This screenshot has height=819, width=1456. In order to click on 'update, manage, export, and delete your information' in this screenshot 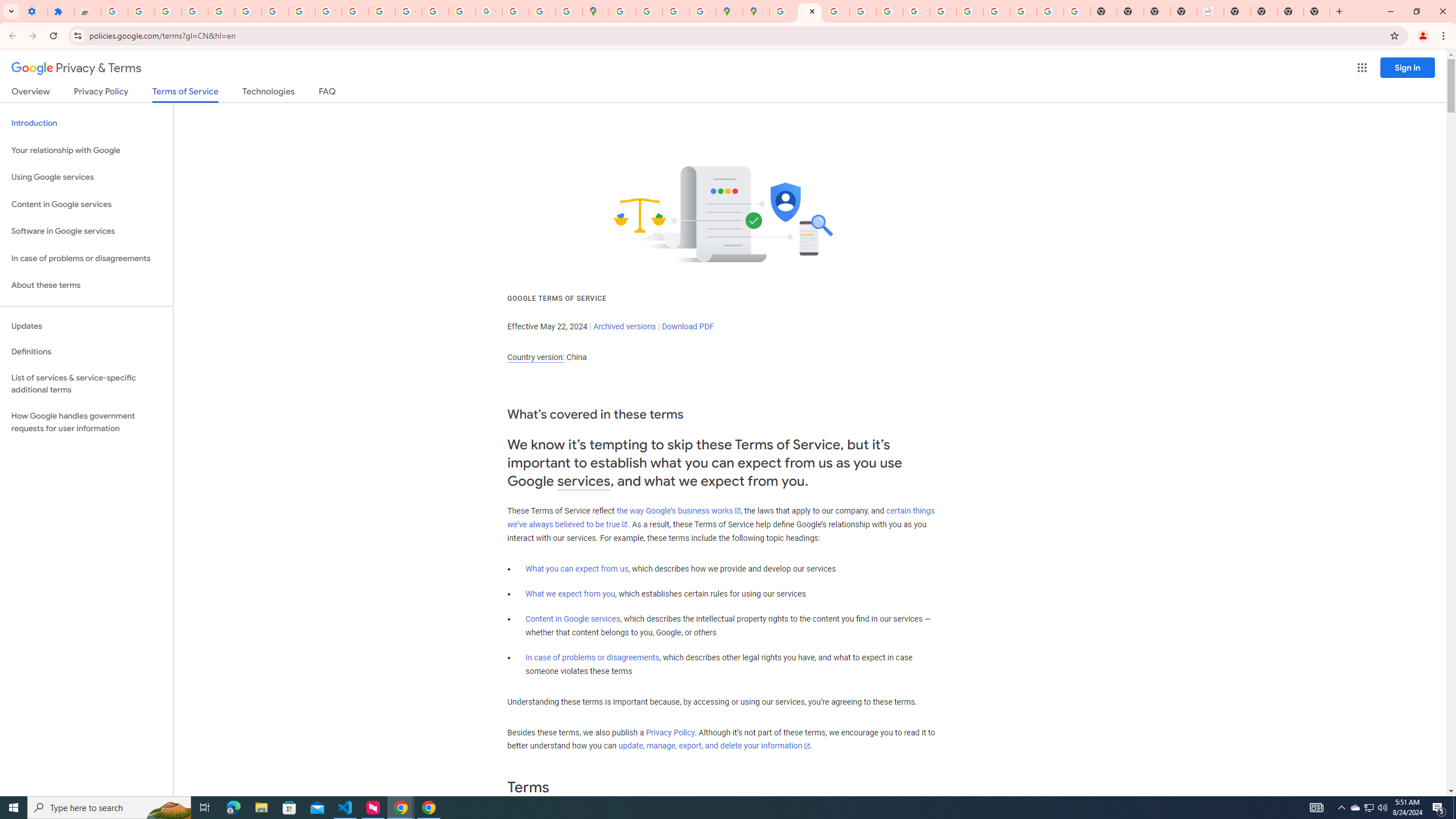, I will do `click(714, 745)`.